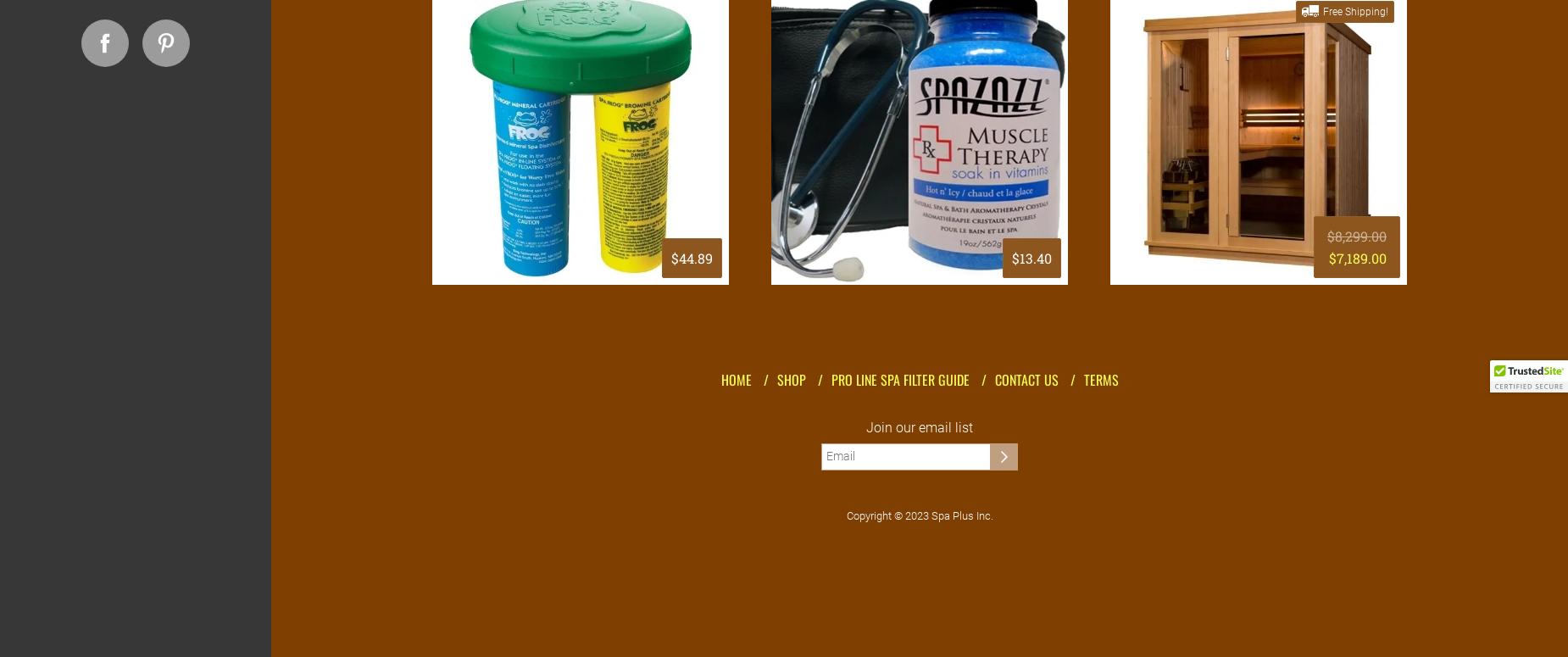 This screenshot has height=657, width=1568. Describe the element at coordinates (1355, 12) in the screenshot. I see `'Free Shipping!'` at that location.